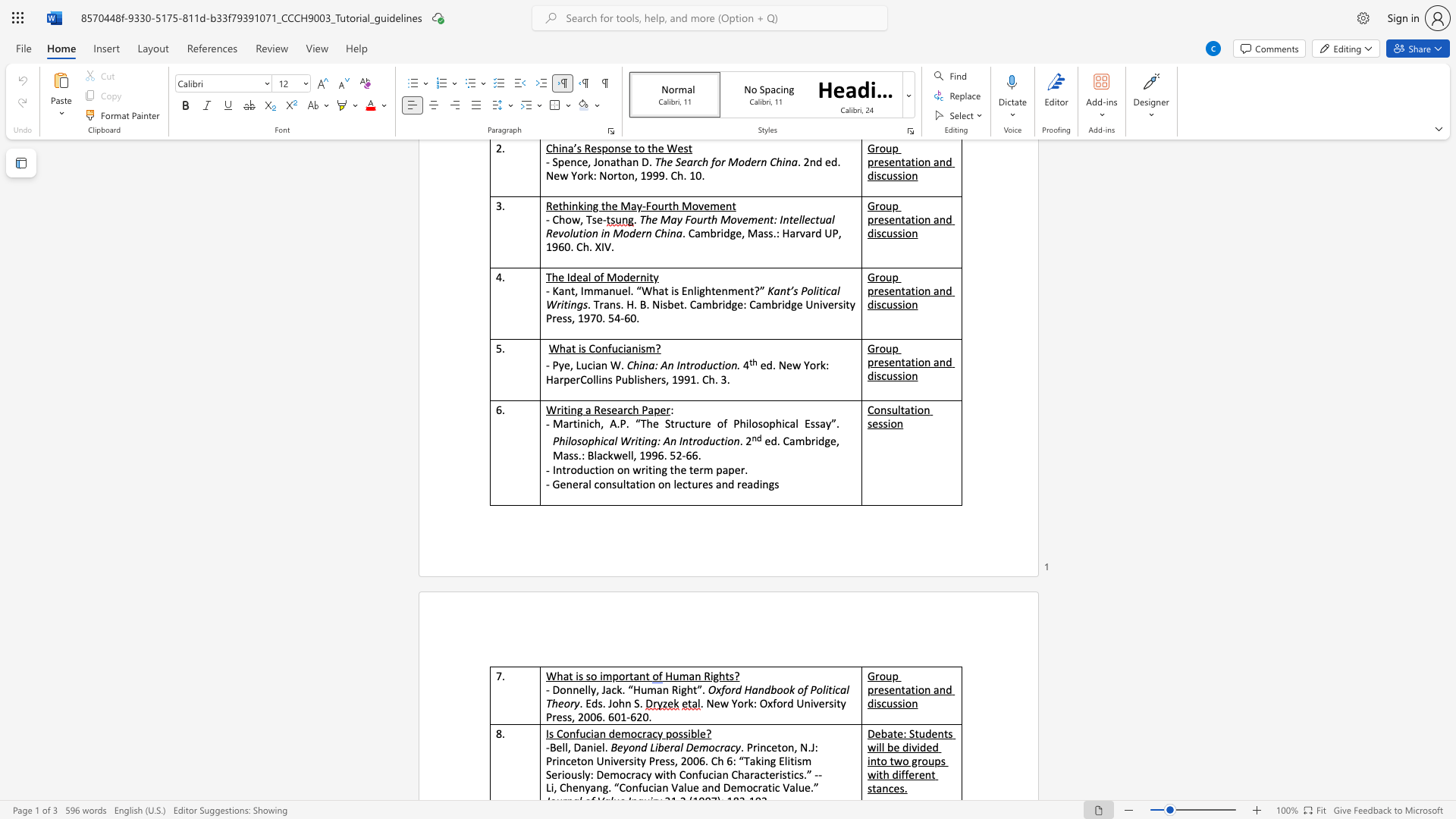 The height and width of the screenshot is (819, 1456). What do you see at coordinates (617, 484) in the screenshot?
I see `the subset text "ultation on l" within the text "- General consultation on lectures and readings"` at bounding box center [617, 484].